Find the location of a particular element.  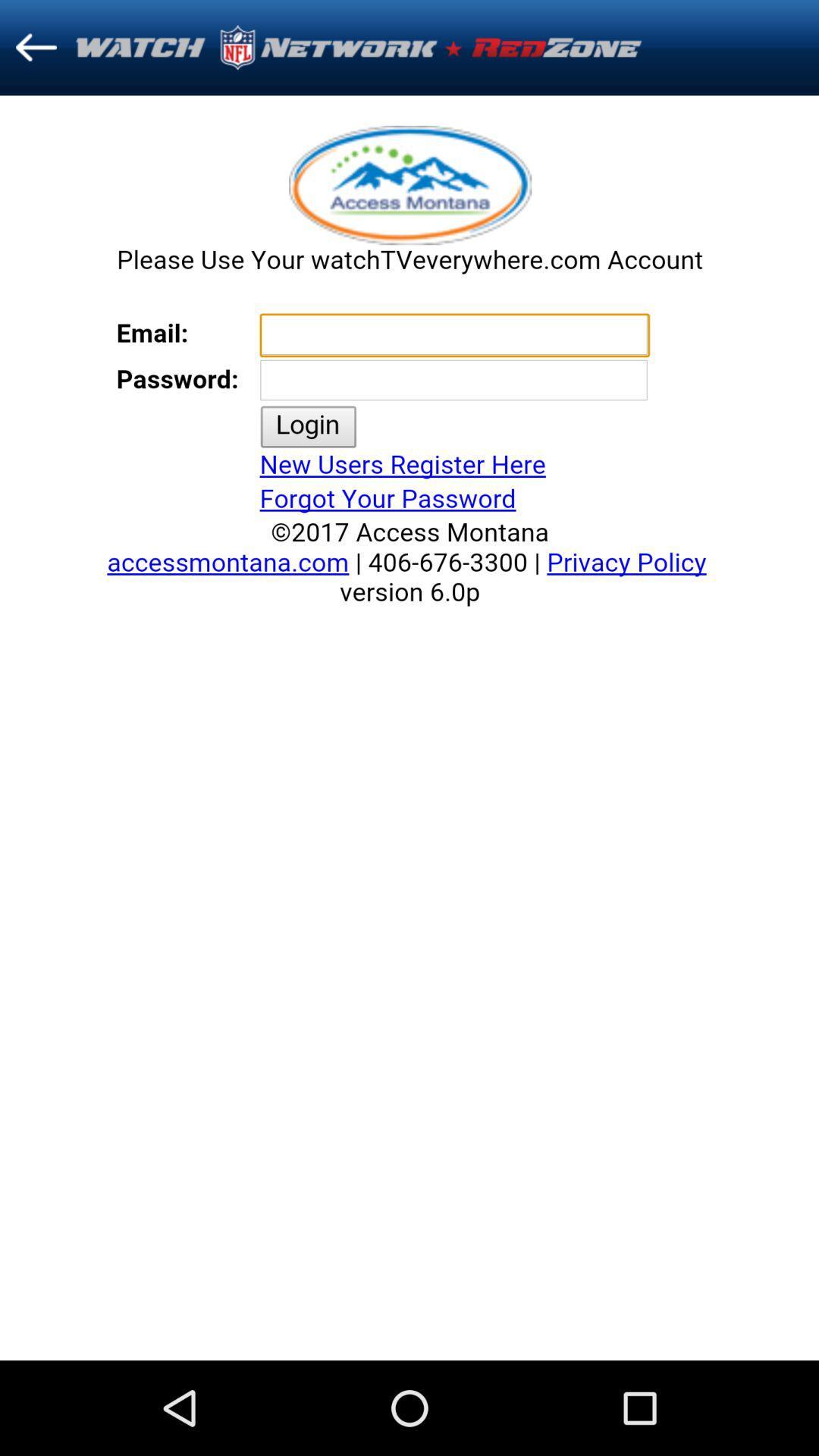

credentials is located at coordinates (409, 728).